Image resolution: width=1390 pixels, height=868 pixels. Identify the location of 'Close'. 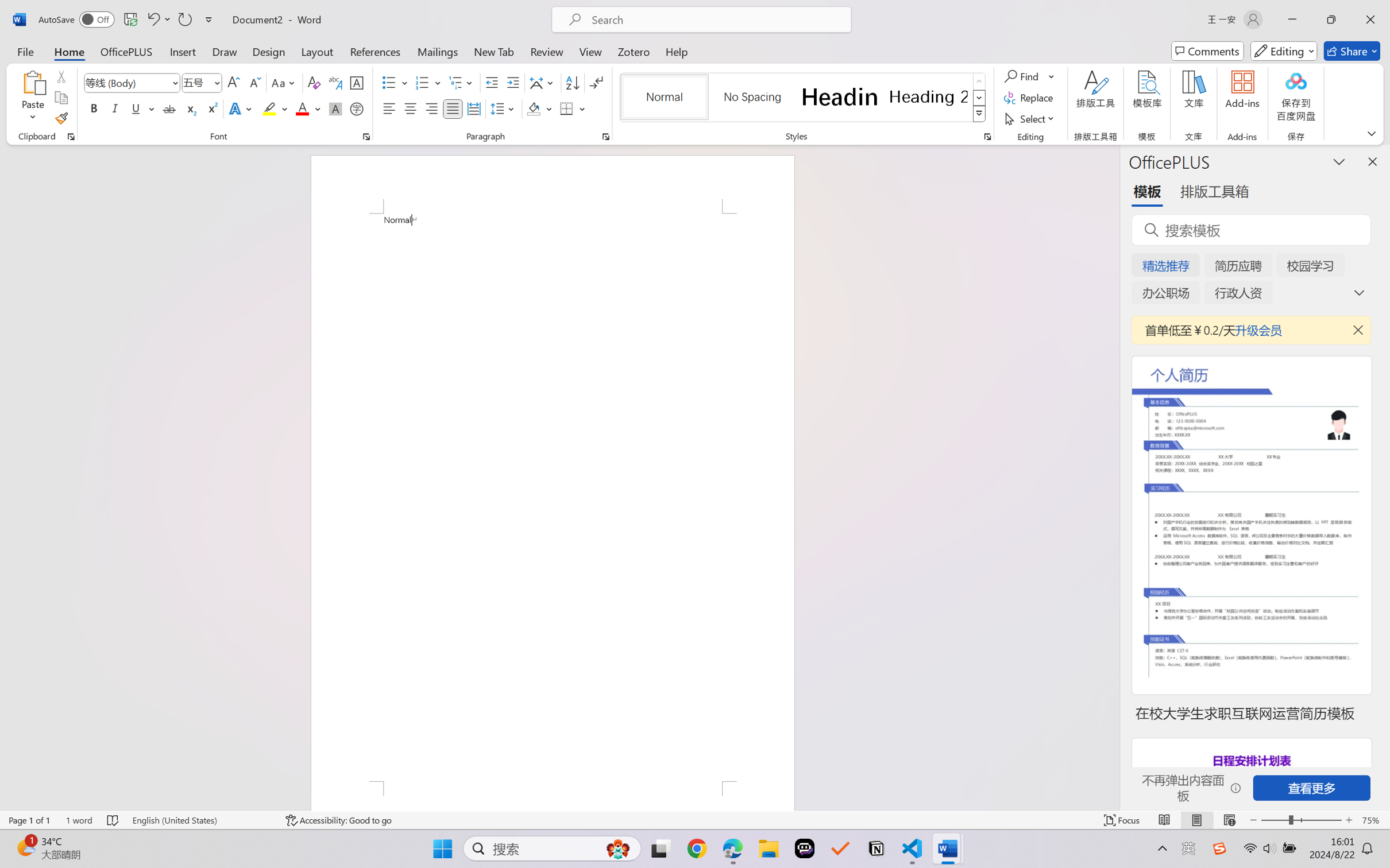
(1370, 19).